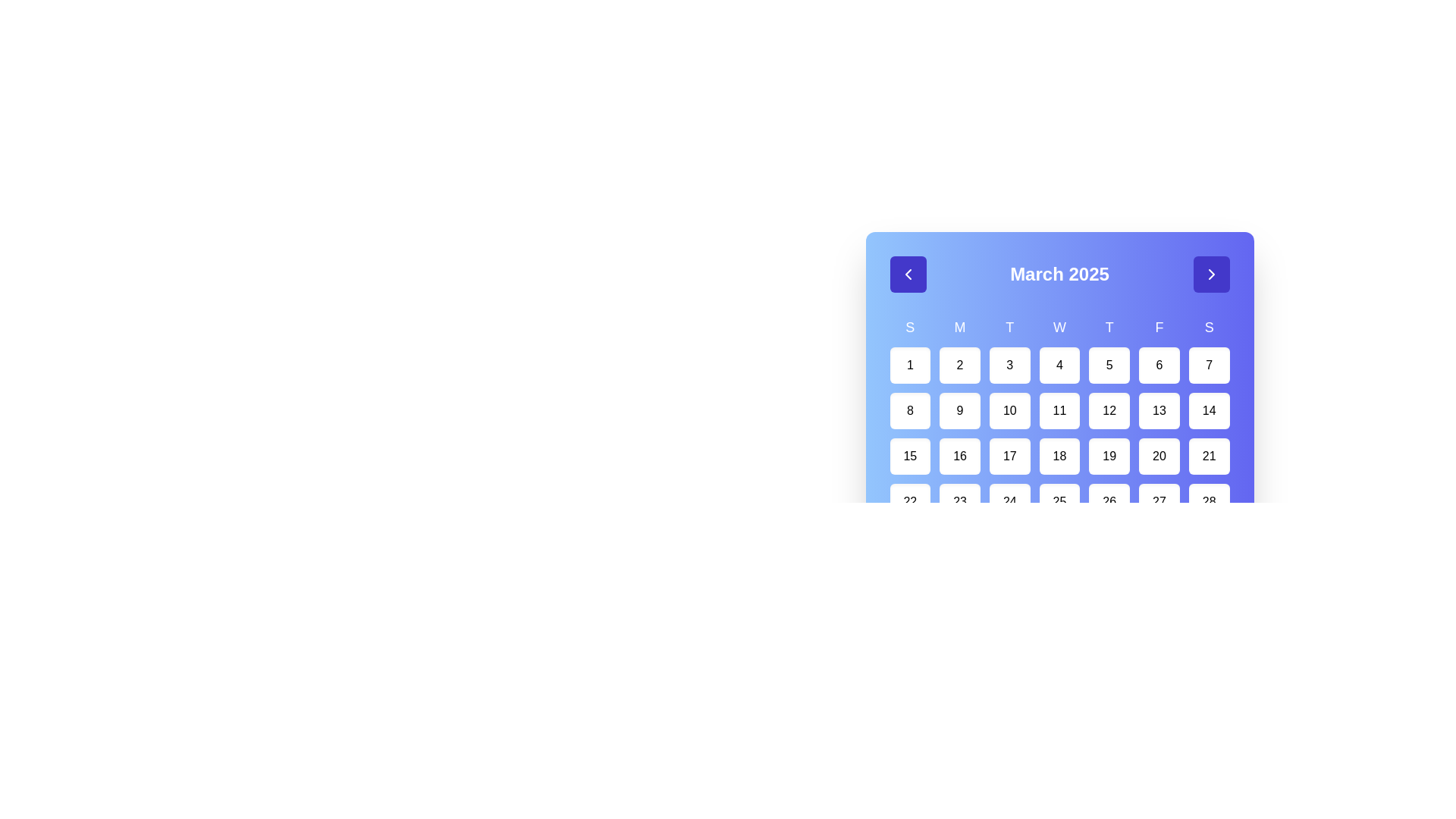 Image resolution: width=1456 pixels, height=819 pixels. Describe the element at coordinates (1059, 502) in the screenshot. I see `the selectable date button '25' in the calendar interface to trigger visual feedback` at that location.